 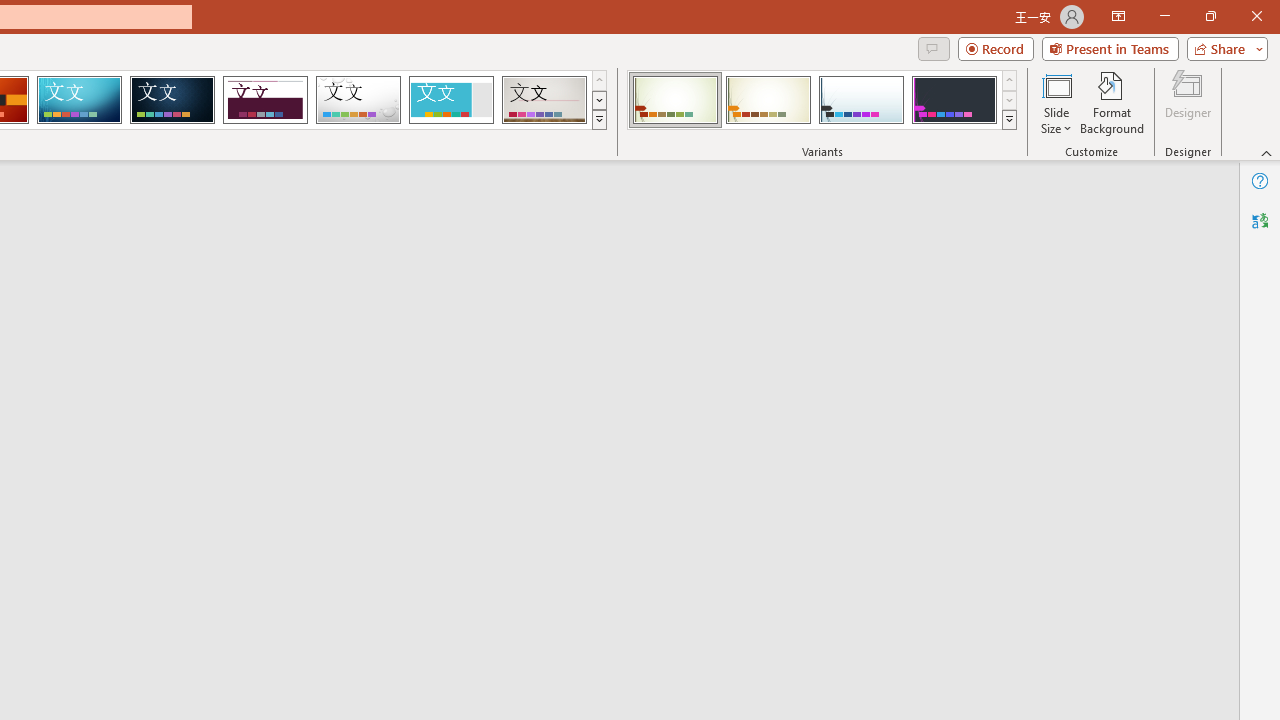 What do you see at coordinates (79, 100) in the screenshot?
I see `'Circuit'` at bounding box center [79, 100].